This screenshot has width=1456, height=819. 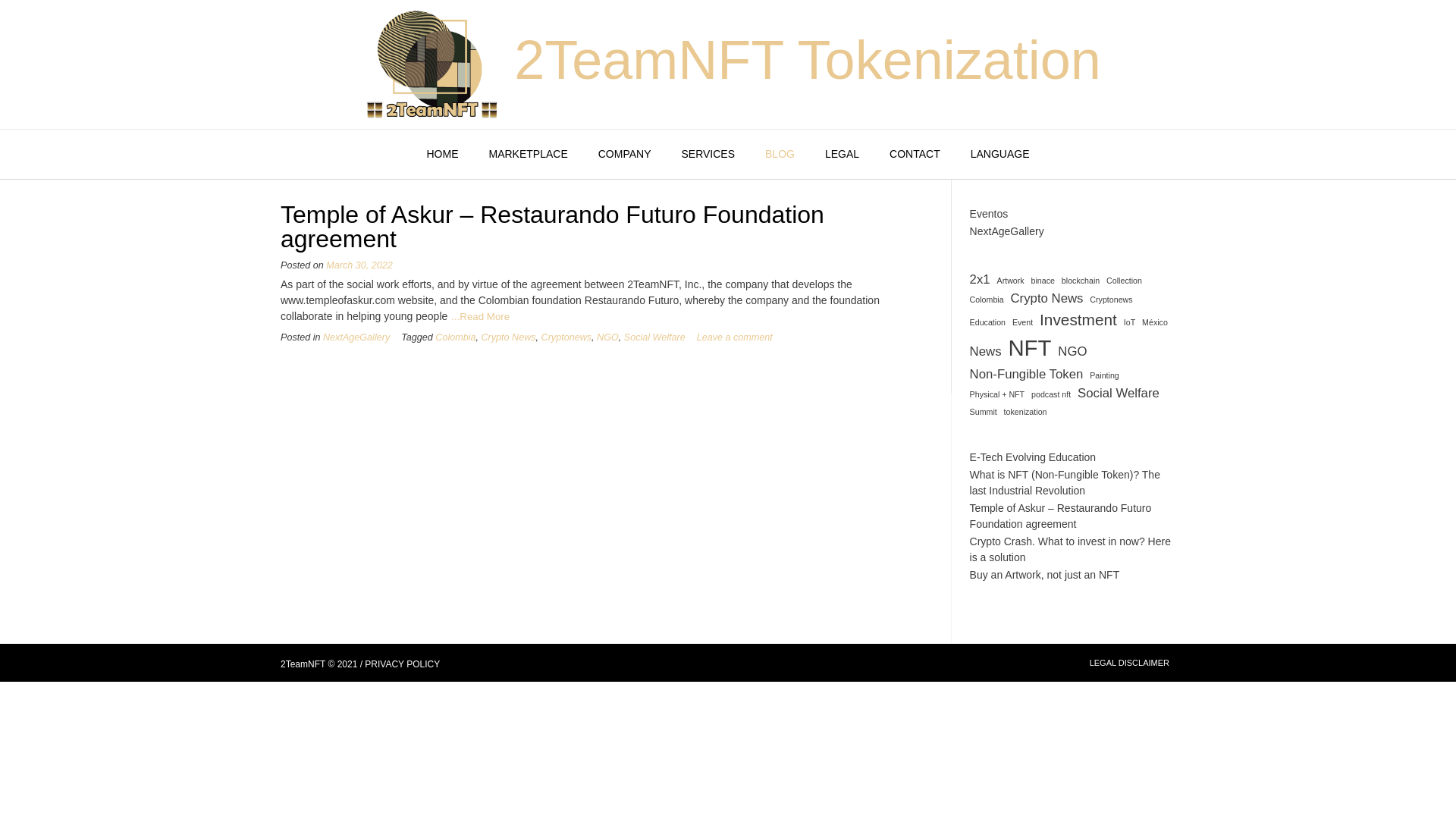 What do you see at coordinates (1106, 281) in the screenshot?
I see `'Collection'` at bounding box center [1106, 281].